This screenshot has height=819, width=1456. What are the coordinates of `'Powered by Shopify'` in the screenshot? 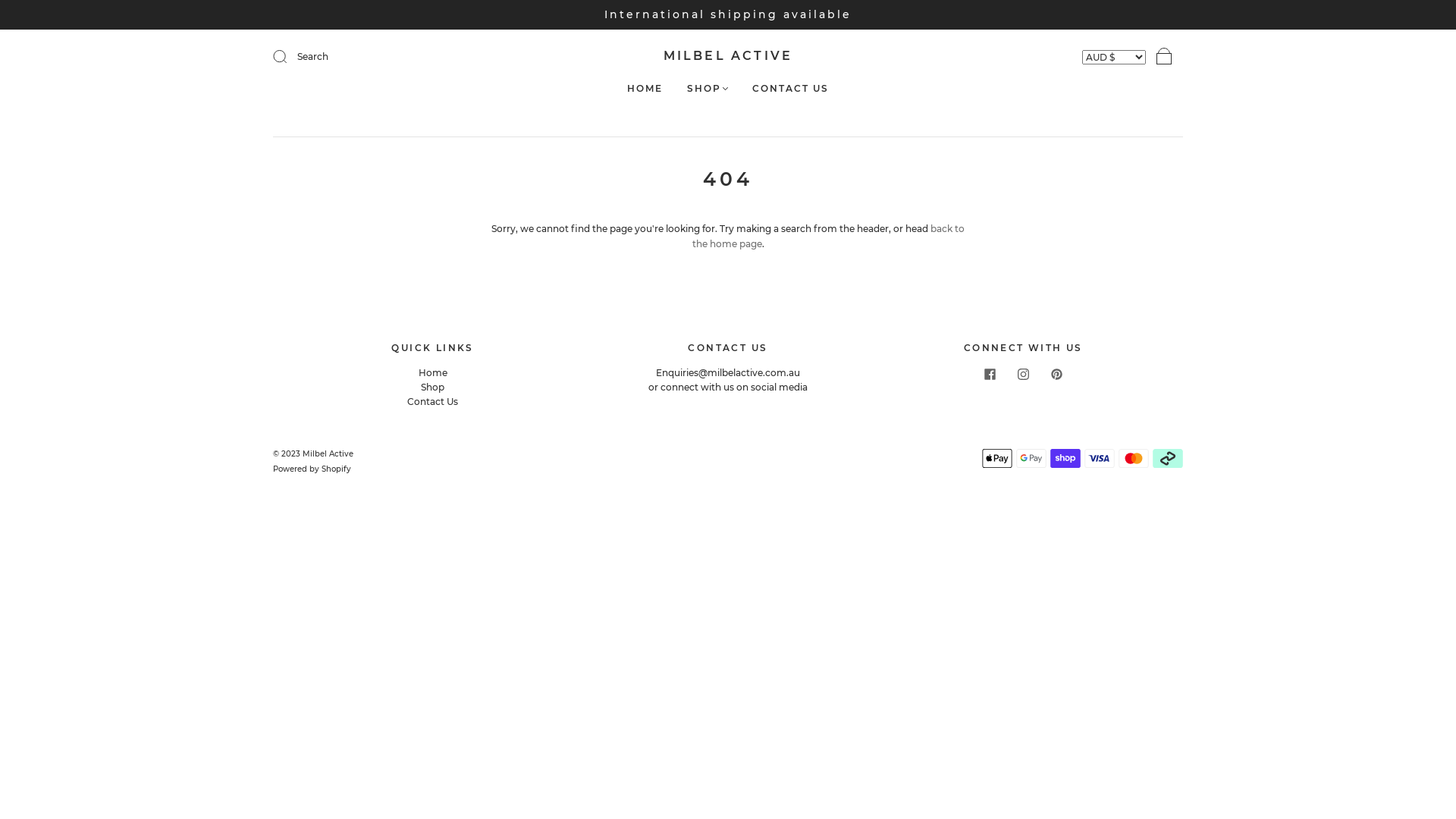 It's located at (273, 468).